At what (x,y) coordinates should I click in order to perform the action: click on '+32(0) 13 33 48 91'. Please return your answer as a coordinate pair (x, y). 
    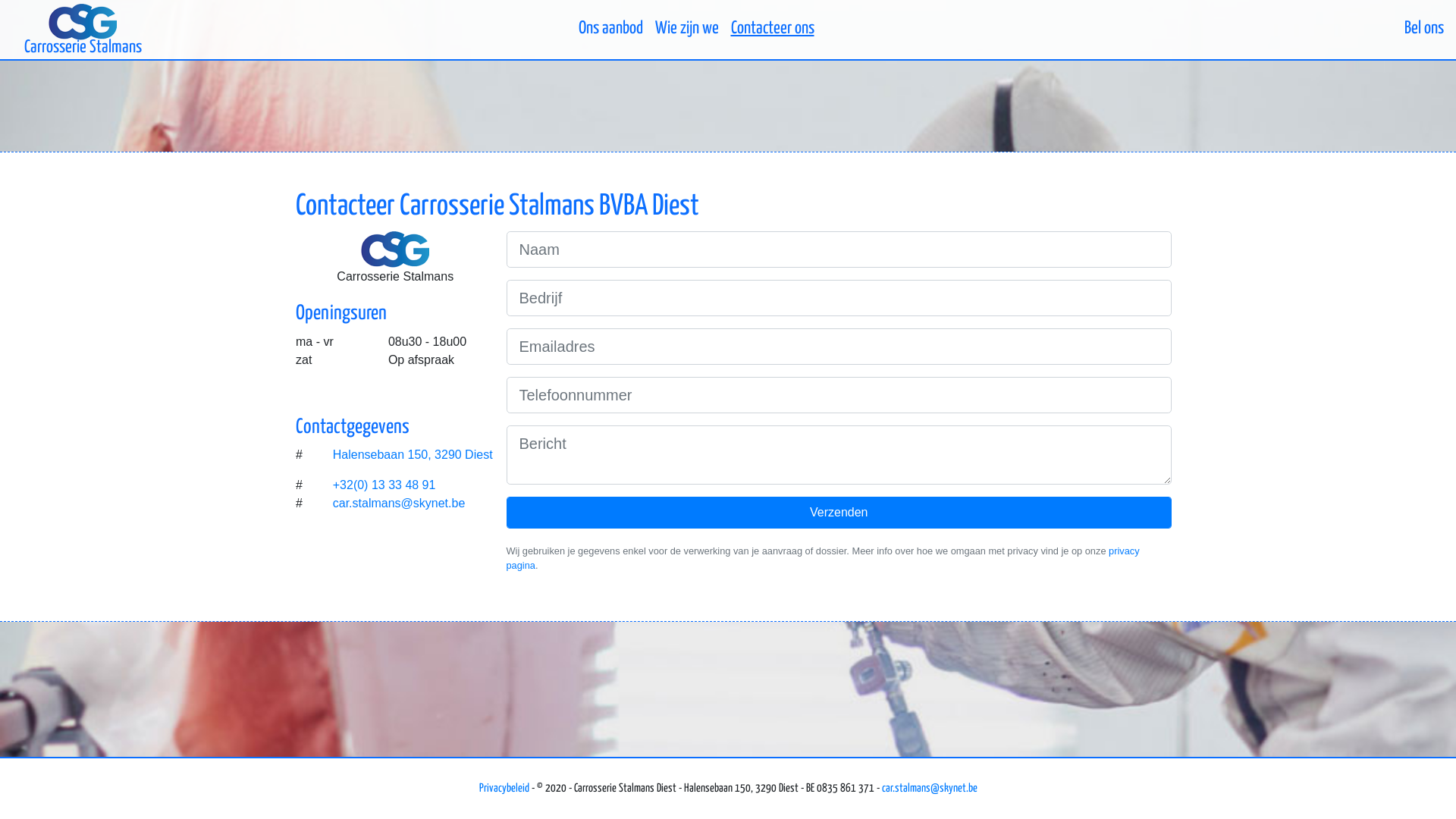
    Looking at the image, I should click on (384, 485).